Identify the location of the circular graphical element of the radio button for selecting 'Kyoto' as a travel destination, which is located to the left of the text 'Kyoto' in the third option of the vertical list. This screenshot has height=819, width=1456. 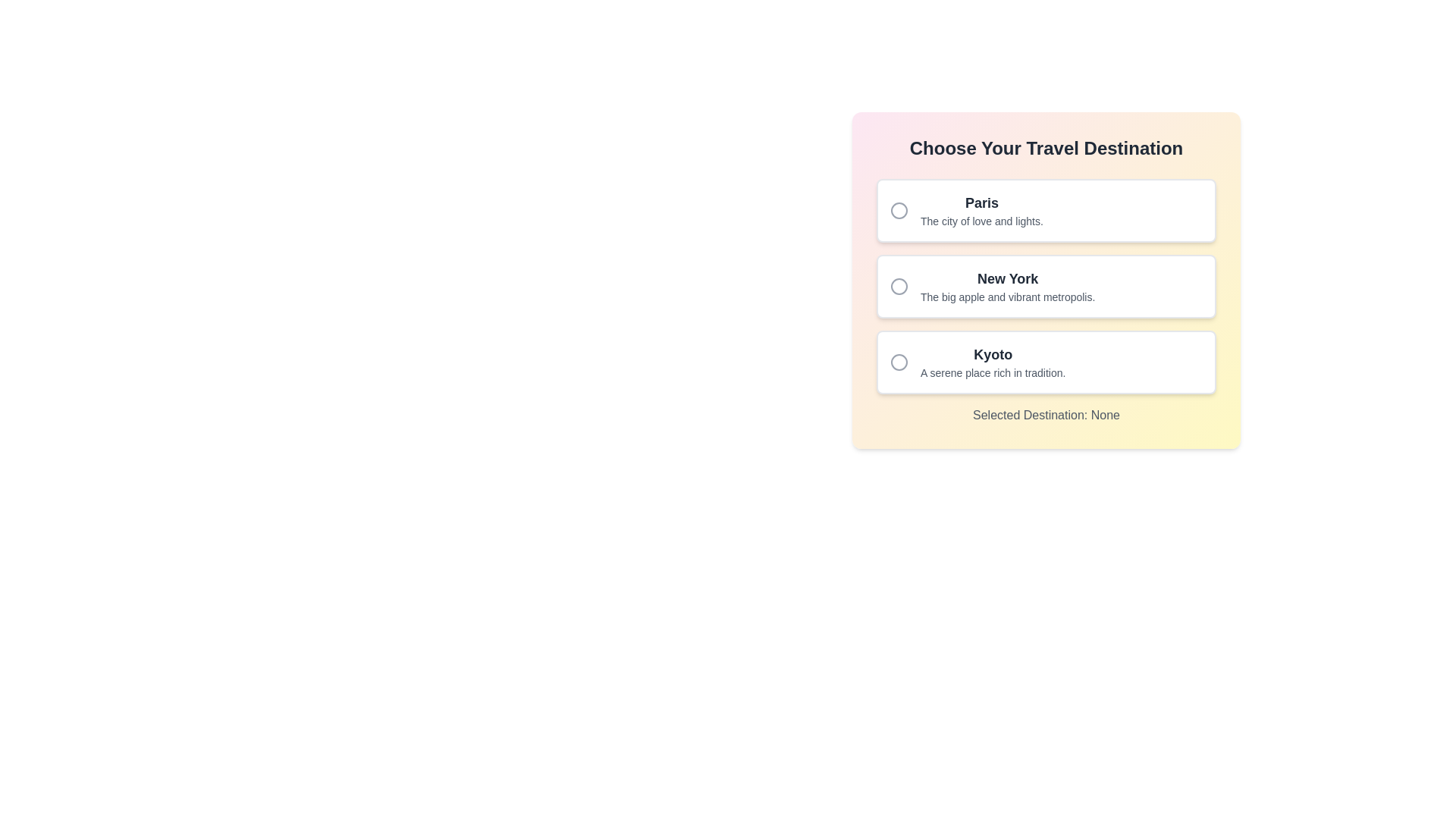
(899, 362).